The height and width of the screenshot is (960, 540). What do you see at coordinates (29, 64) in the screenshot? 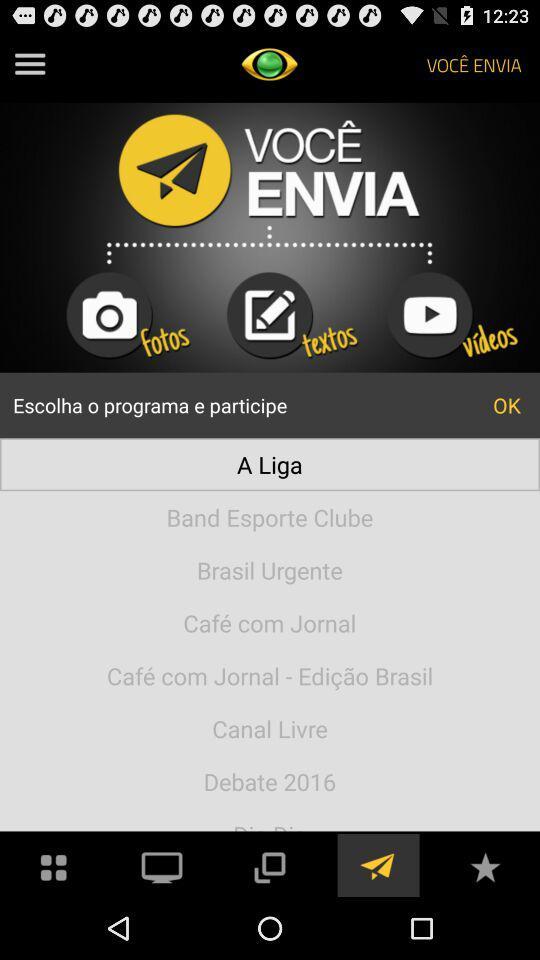
I see `menu option` at bounding box center [29, 64].